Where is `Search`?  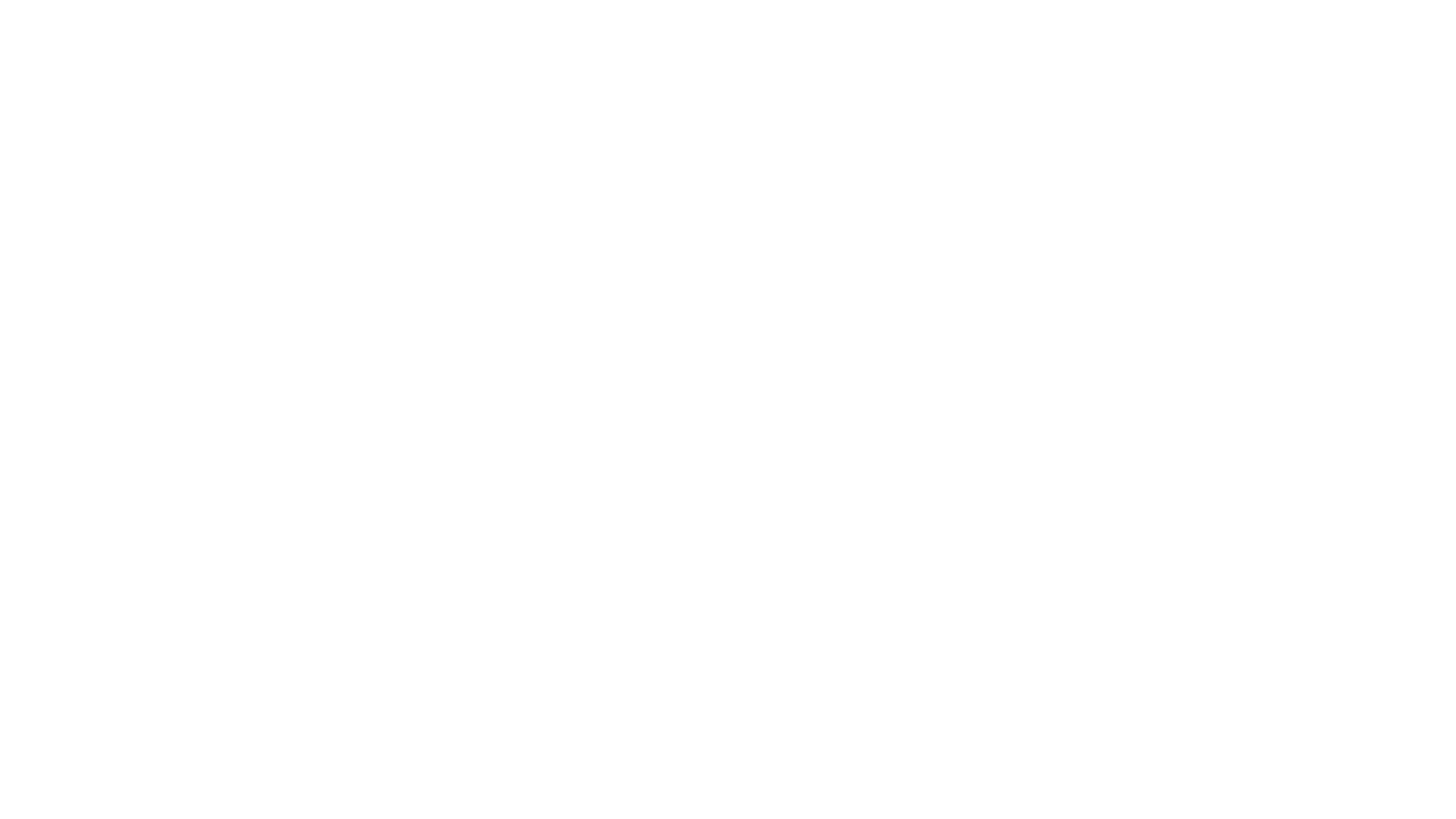
Search is located at coordinates (955, 409).